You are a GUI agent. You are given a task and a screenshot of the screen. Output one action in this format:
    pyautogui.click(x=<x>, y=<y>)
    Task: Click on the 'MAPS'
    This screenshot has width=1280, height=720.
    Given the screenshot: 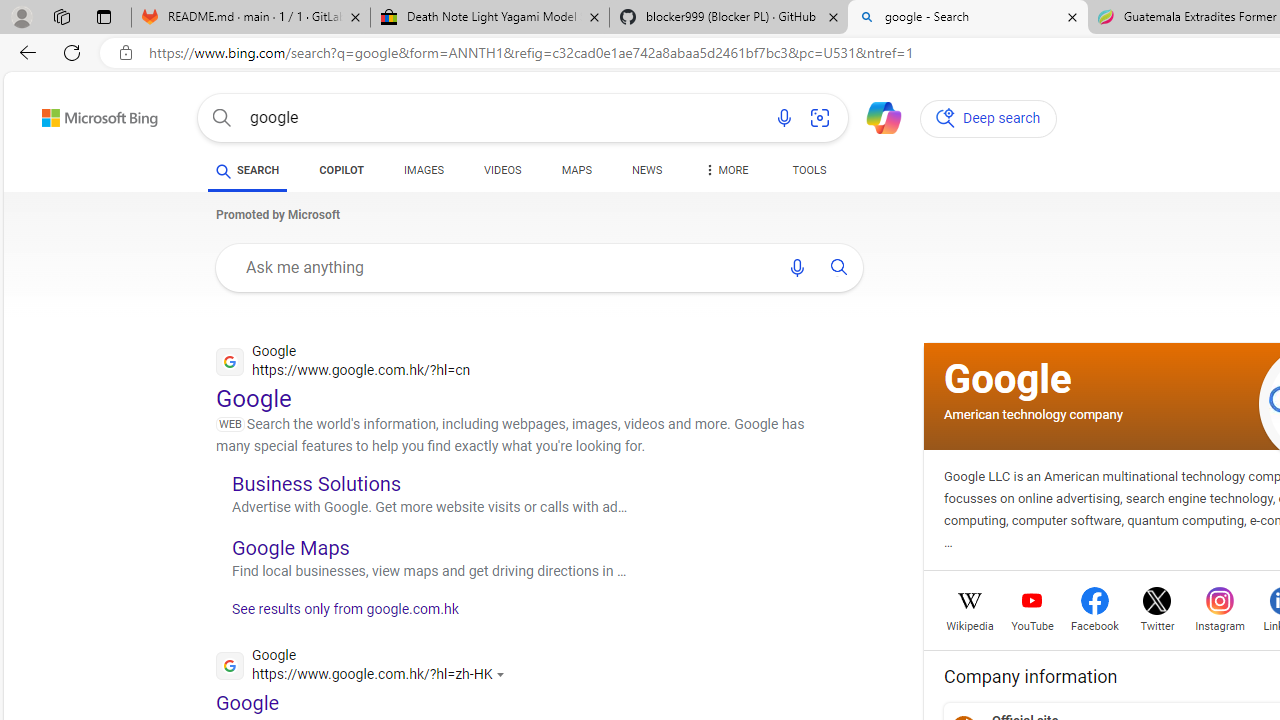 What is the action you would take?
    pyautogui.click(x=575, y=172)
    